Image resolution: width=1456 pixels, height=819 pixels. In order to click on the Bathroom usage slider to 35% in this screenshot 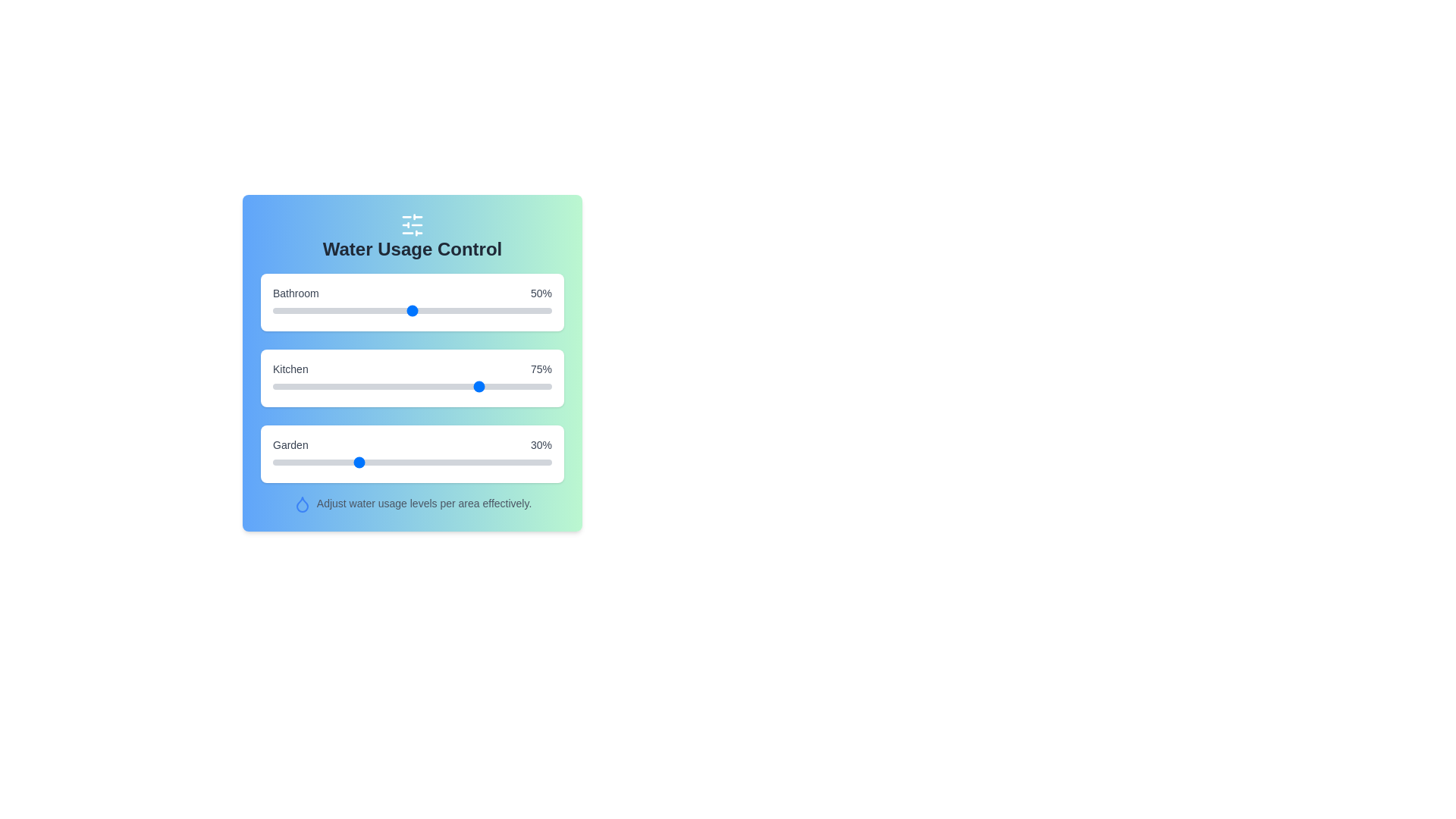, I will do `click(370, 309)`.